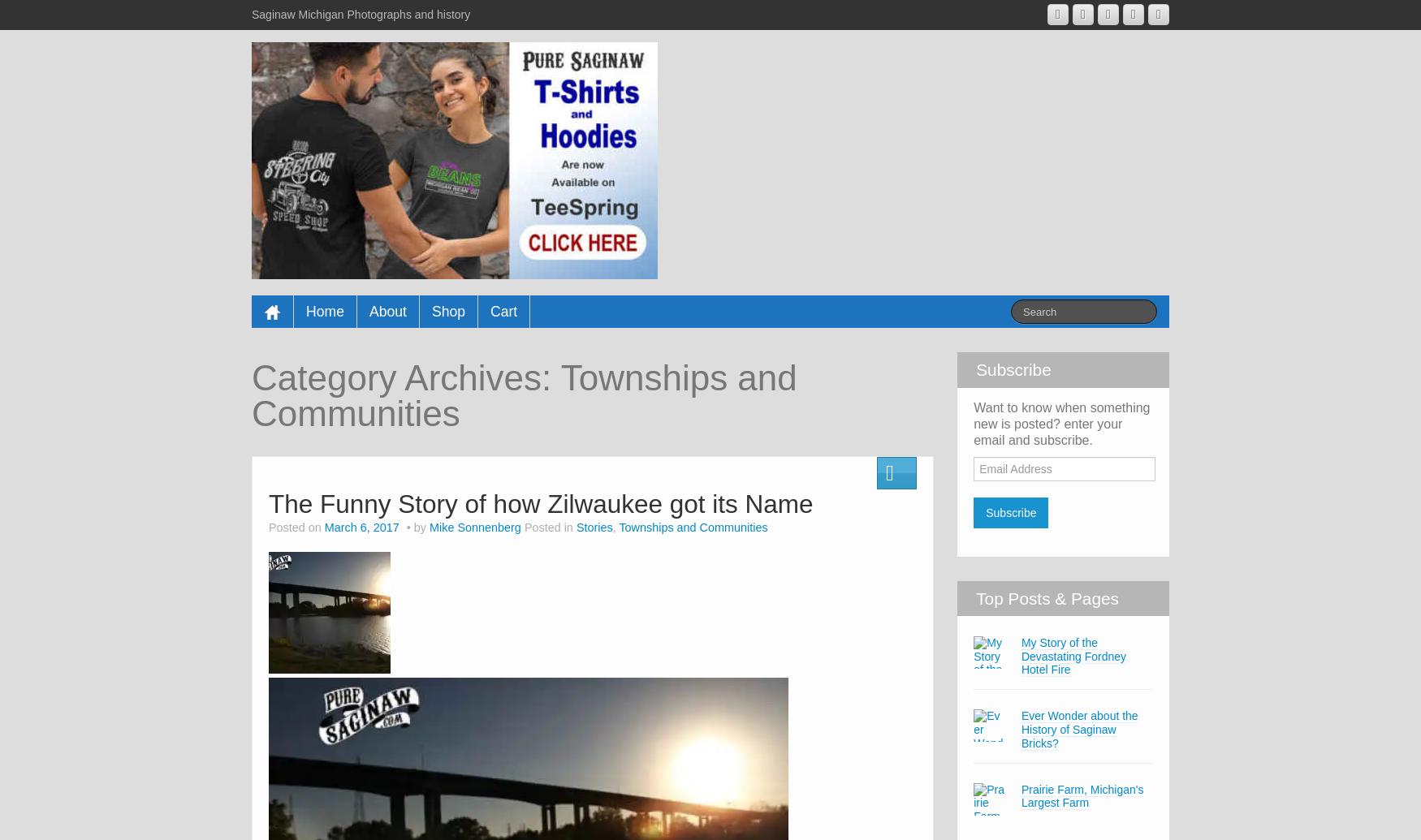  What do you see at coordinates (405, 377) in the screenshot?
I see `'Category Archives:'` at bounding box center [405, 377].